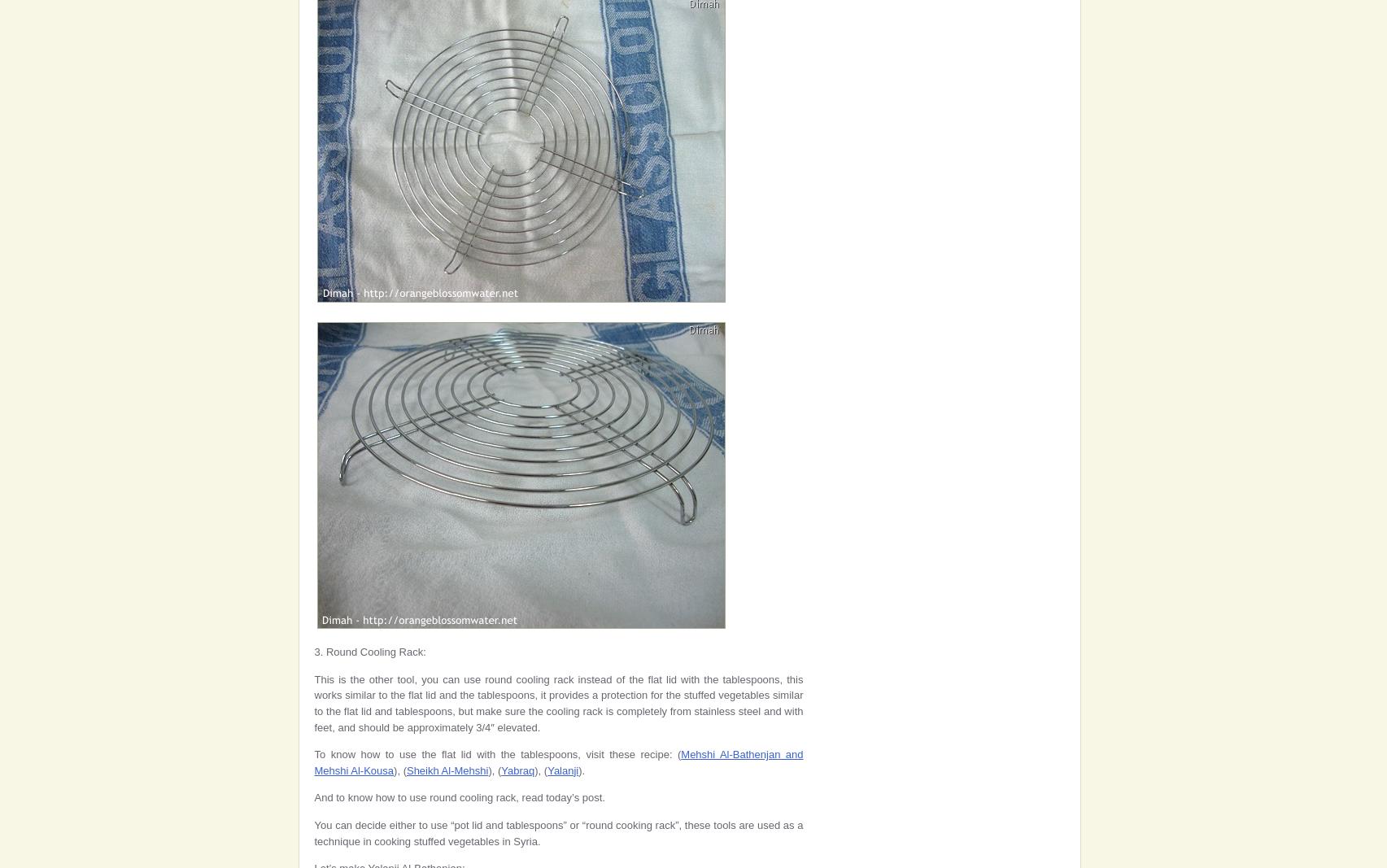  What do you see at coordinates (313, 754) in the screenshot?
I see `'To know how to use the flat lid with the tablespoons, visit these recipe:'` at bounding box center [313, 754].